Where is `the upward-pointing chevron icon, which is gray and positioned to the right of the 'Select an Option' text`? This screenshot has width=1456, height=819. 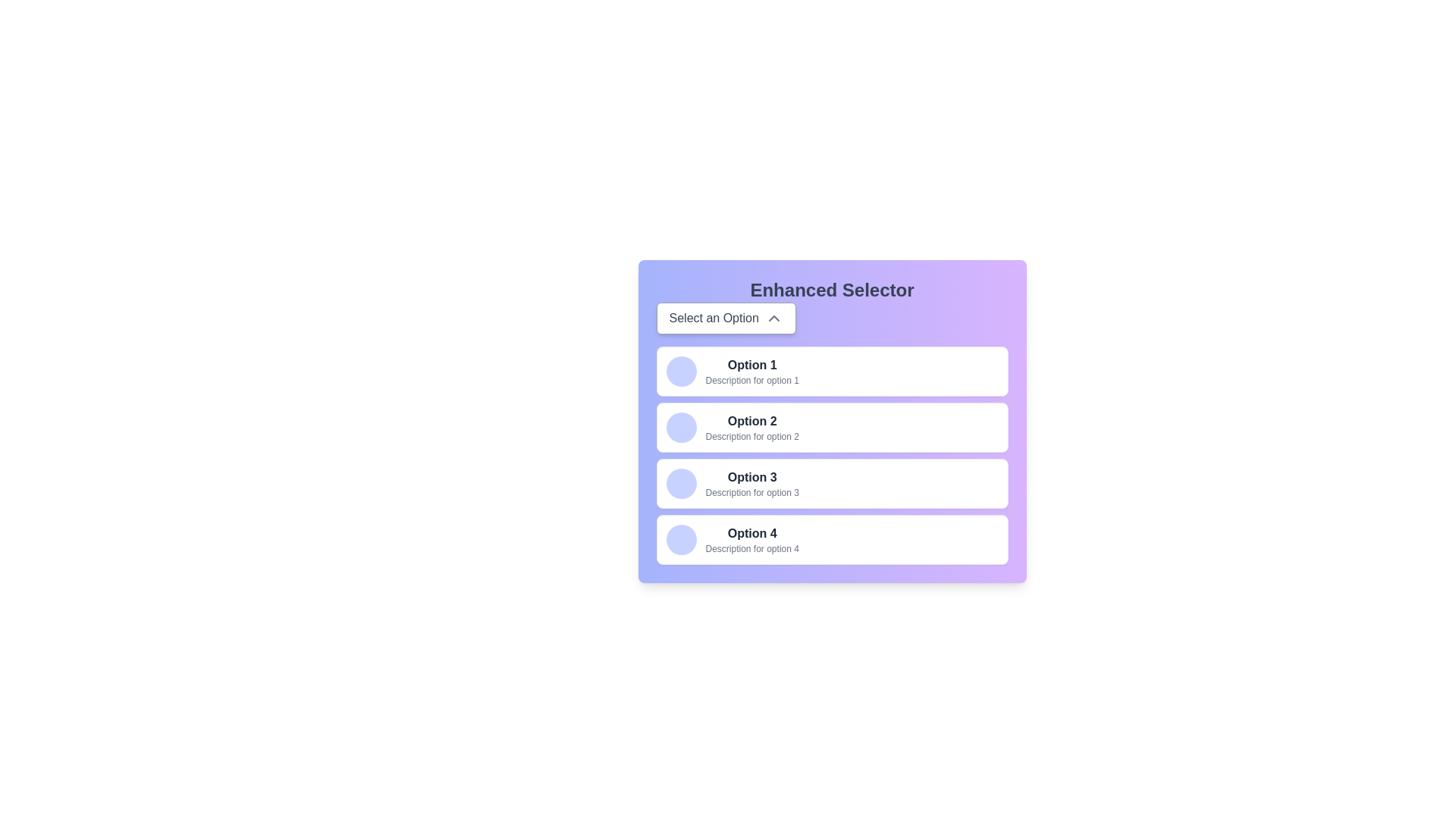
the upward-pointing chevron icon, which is gray and positioned to the right of the 'Select an Option' text is located at coordinates (773, 318).